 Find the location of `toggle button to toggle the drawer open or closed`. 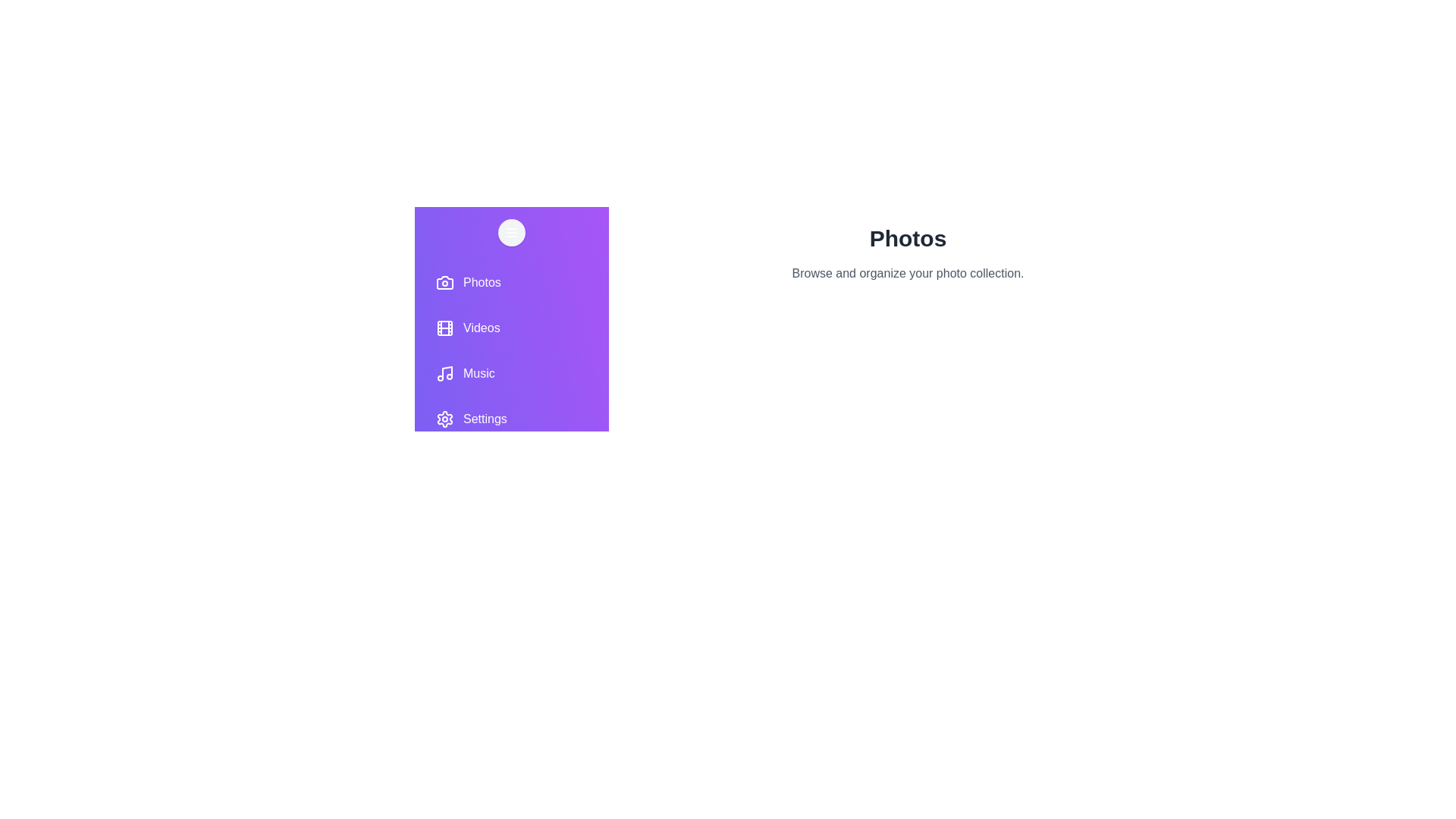

toggle button to toggle the drawer open or closed is located at coordinates (512, 233).